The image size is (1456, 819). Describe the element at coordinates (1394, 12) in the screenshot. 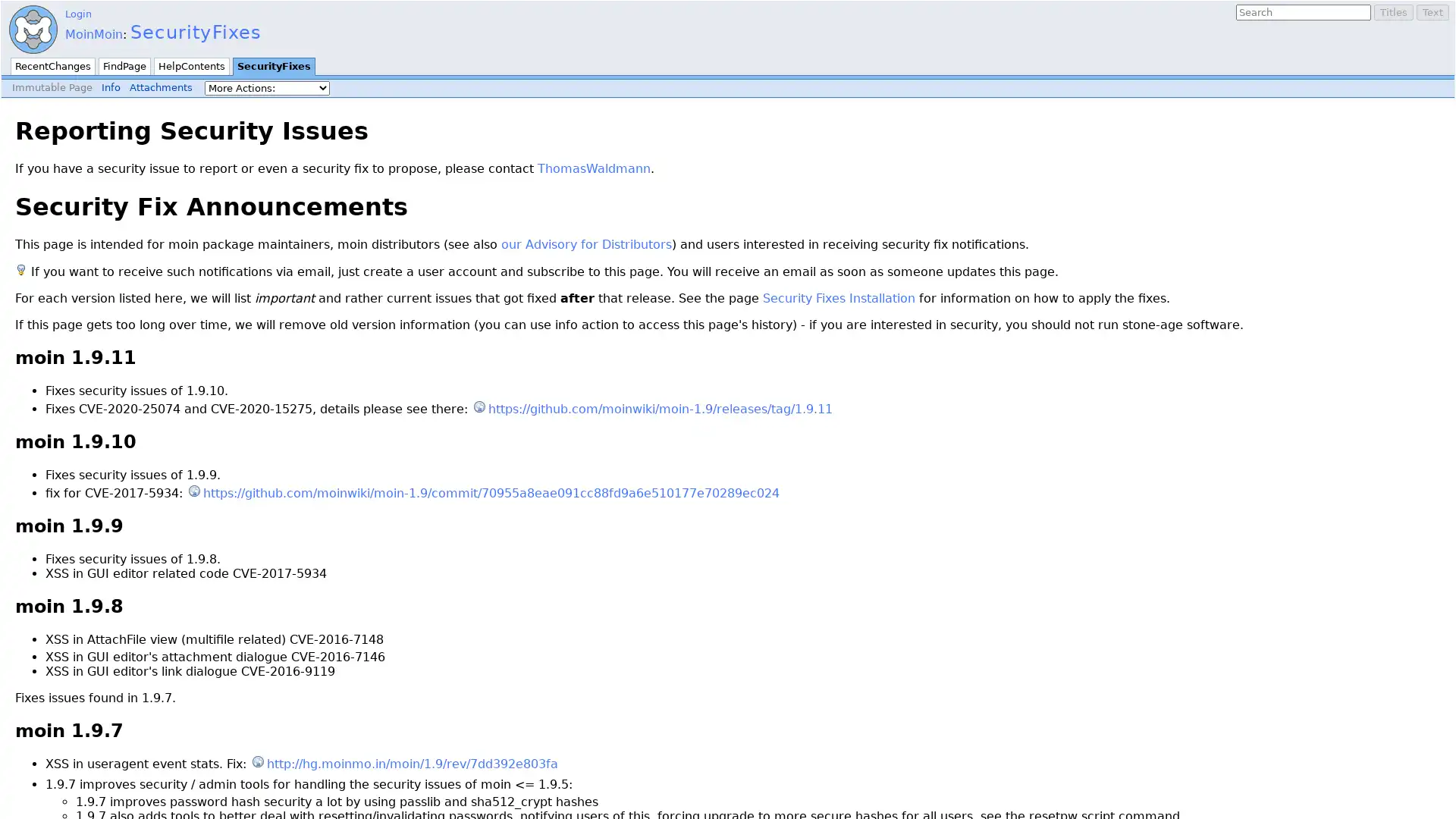

I see `Titles` at that location.